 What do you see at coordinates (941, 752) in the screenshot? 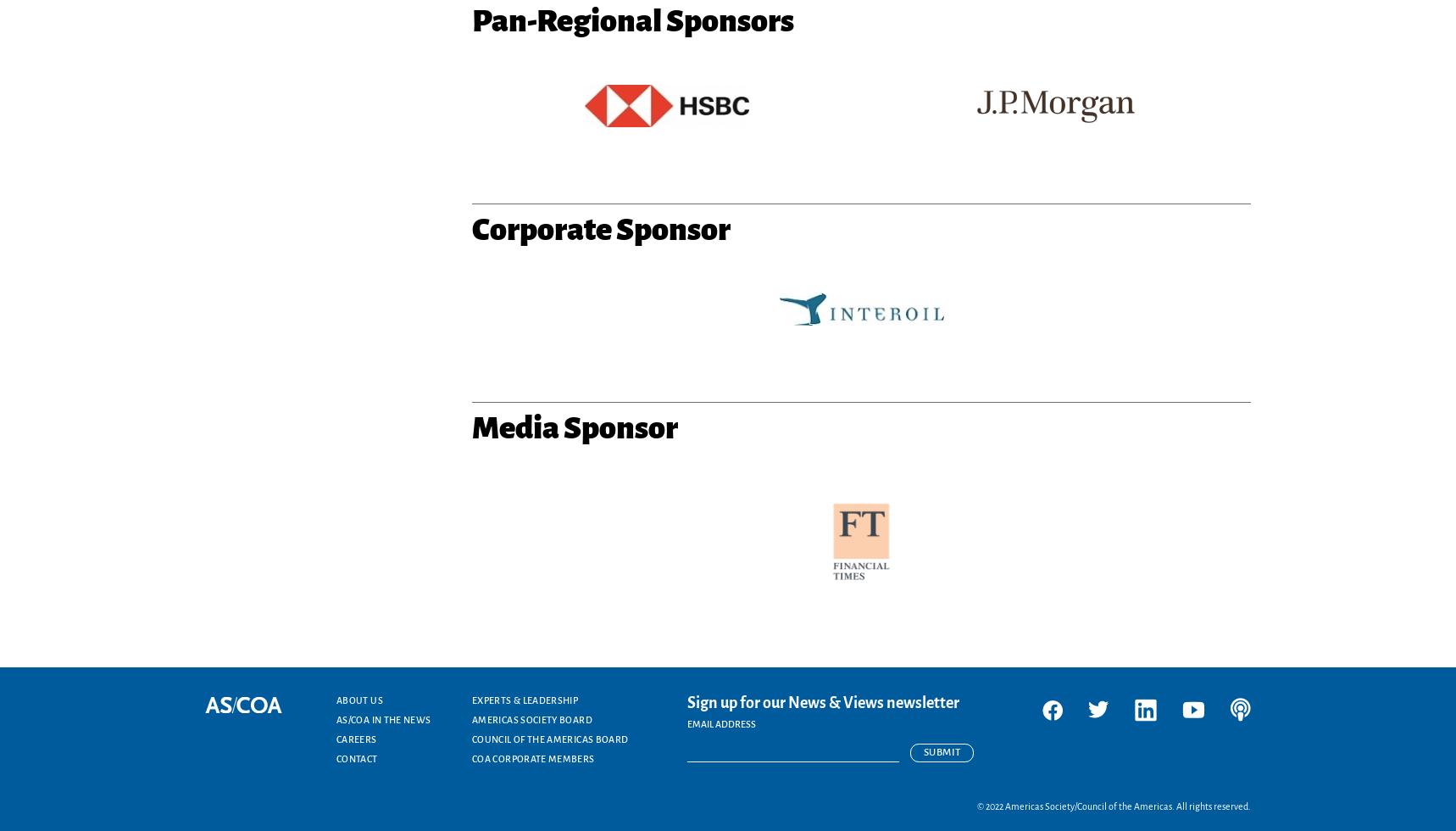
I see `'Submit'` at bounding box center [941, 752].